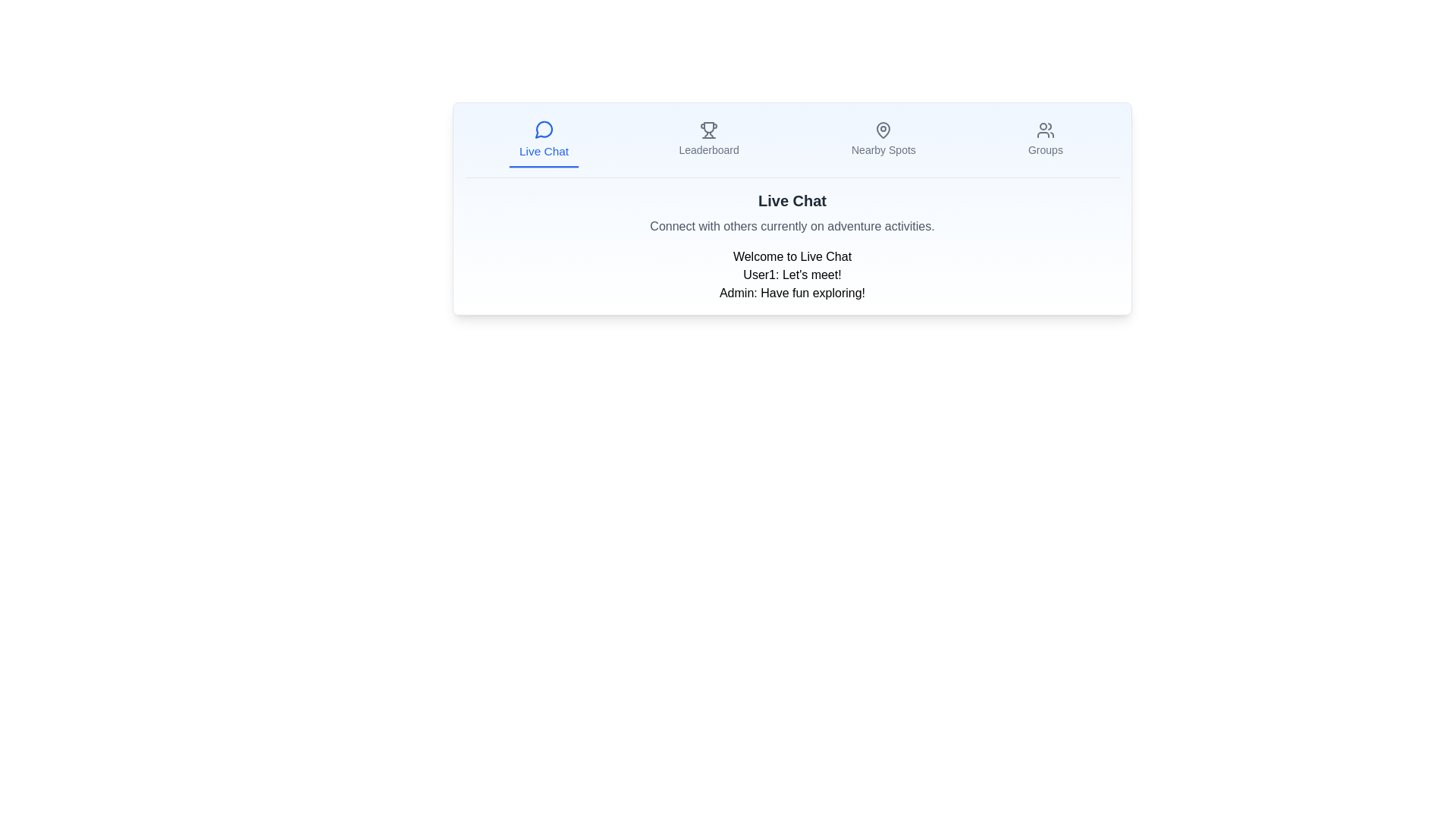  Describe the element at coordinates (708, 140) in the screenshot. I see `the interactive navigation button labeled 'Leaderboard'` at that location.